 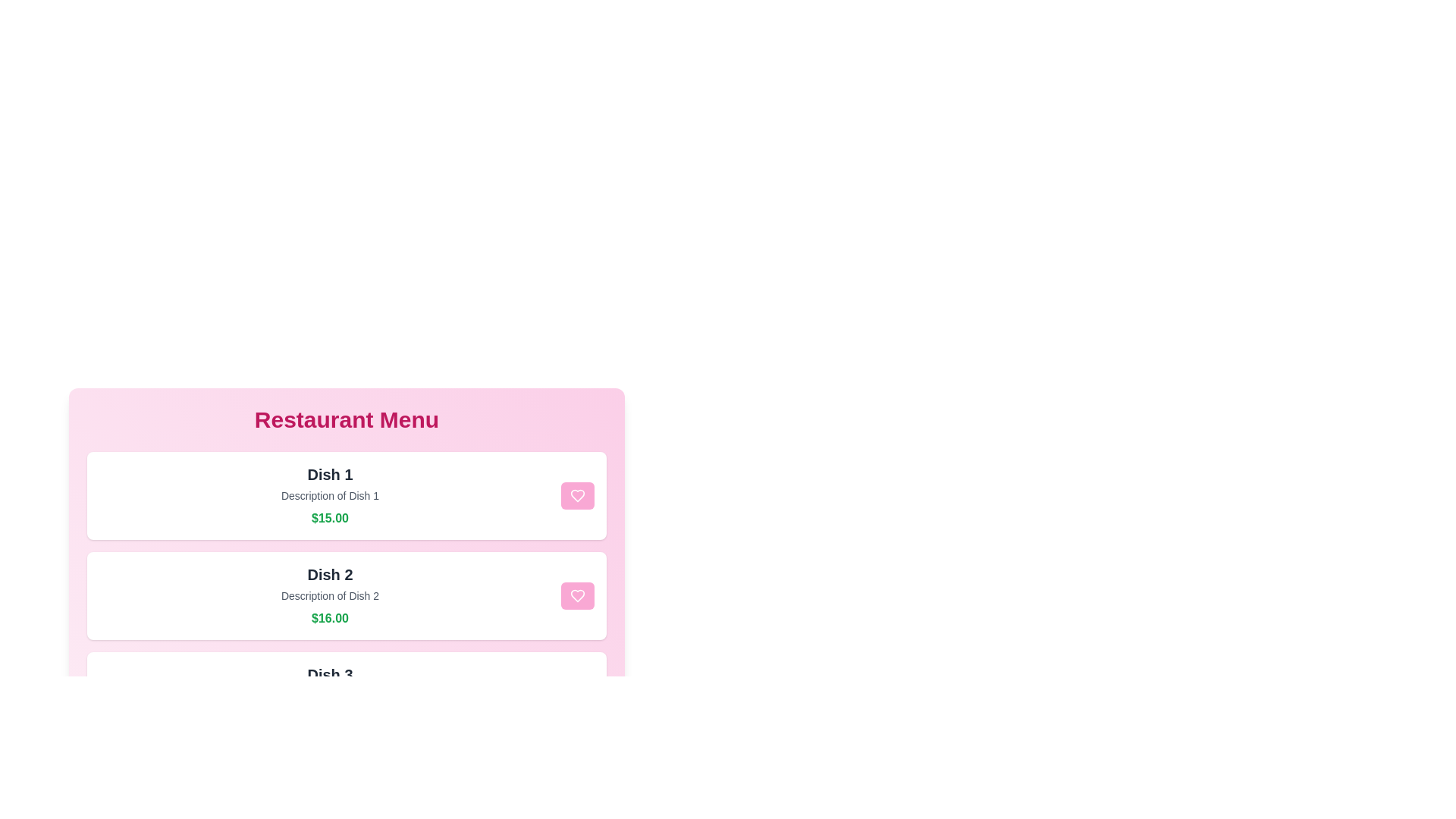 I want to click on the text heading 'Dish 2', so click(x=329, y=575).